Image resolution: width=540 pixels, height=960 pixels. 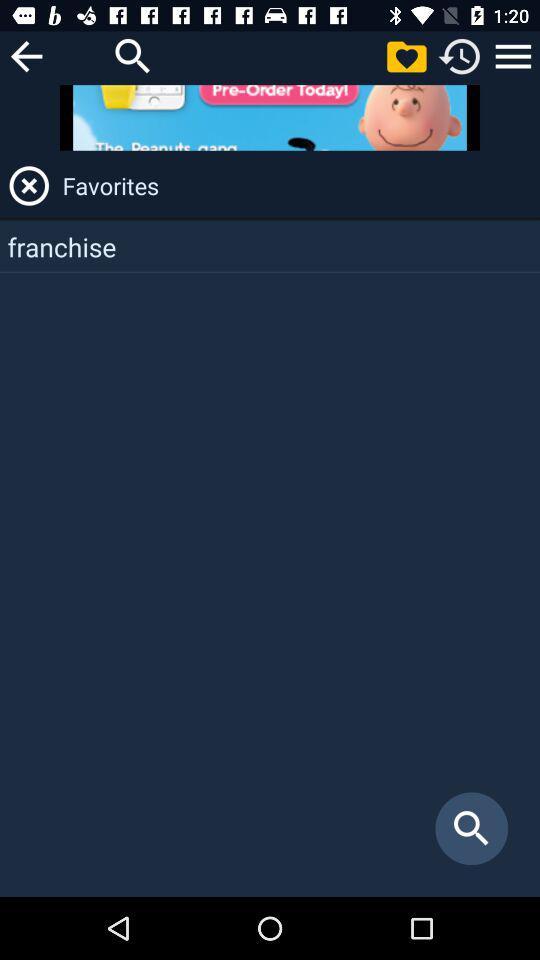 What do you see at coordinates (513, 55) in the screenshot?
I see `item above the favorites item` at bounding box center [513, 55].